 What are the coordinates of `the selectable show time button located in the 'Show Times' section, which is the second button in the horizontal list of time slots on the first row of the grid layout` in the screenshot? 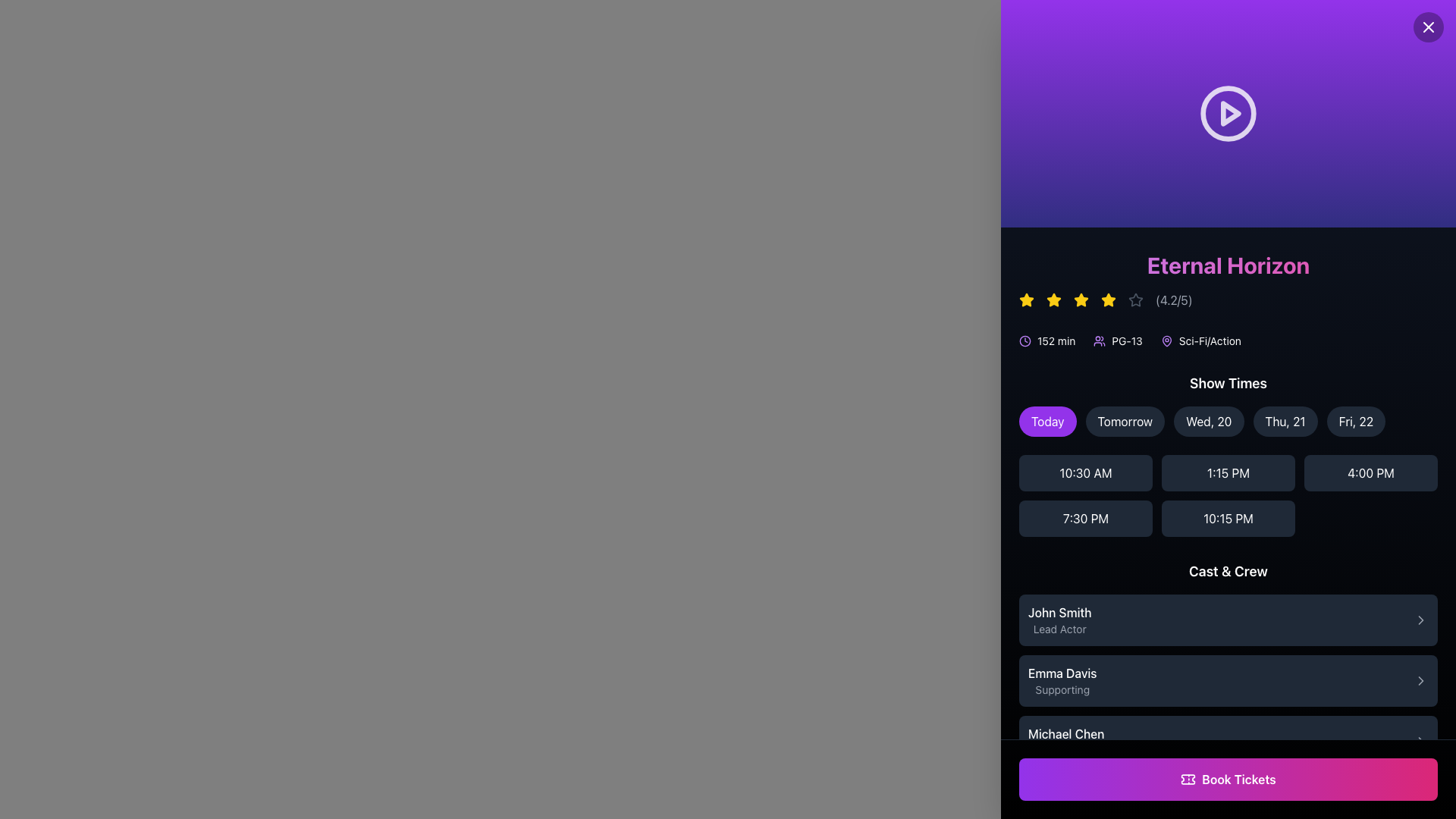 It's located at (1228, 472).